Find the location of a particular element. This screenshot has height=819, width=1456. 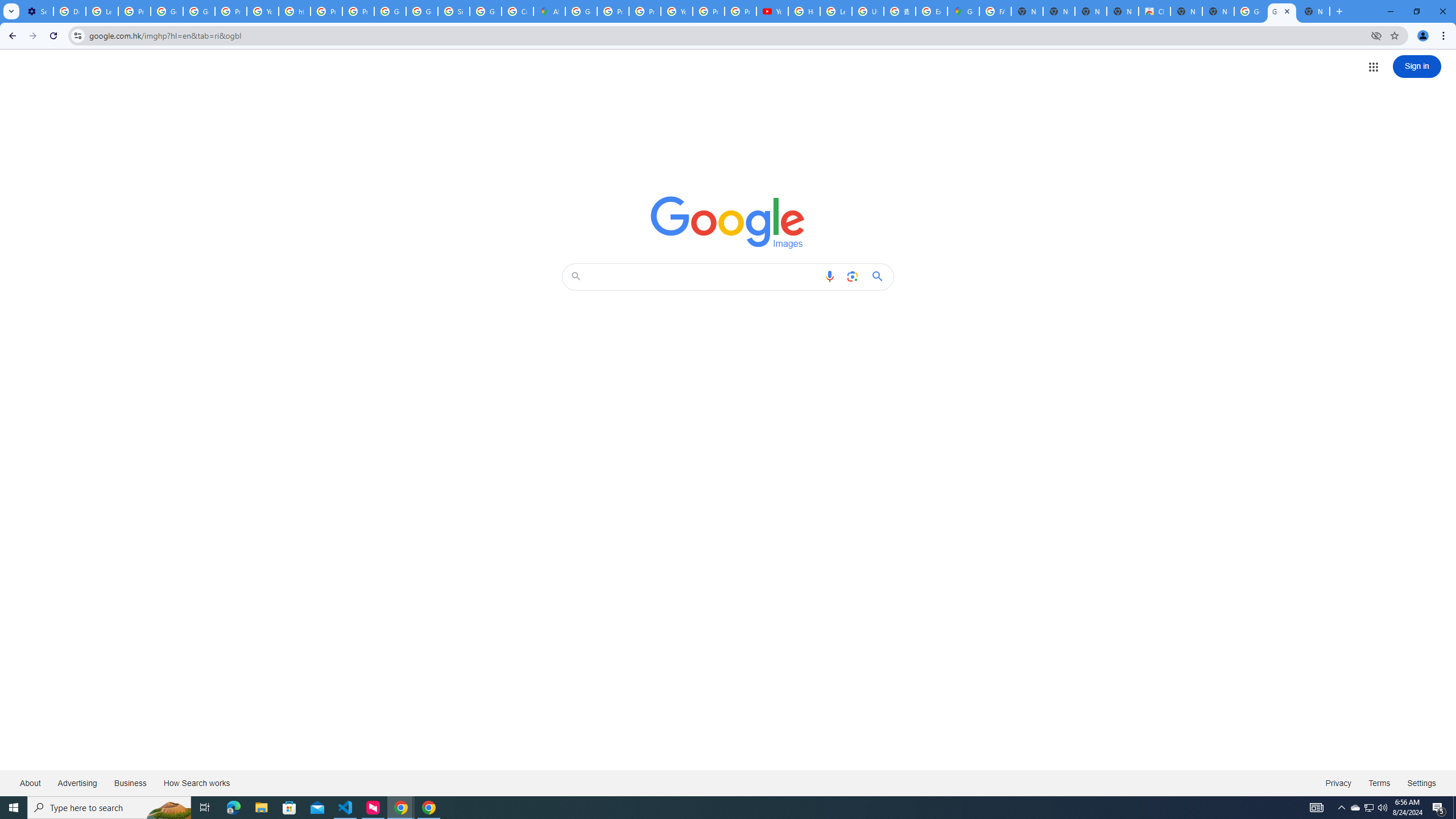

'How Chrome protects your passwords - Google Chrome Help' is located at coordinates (804, 11).